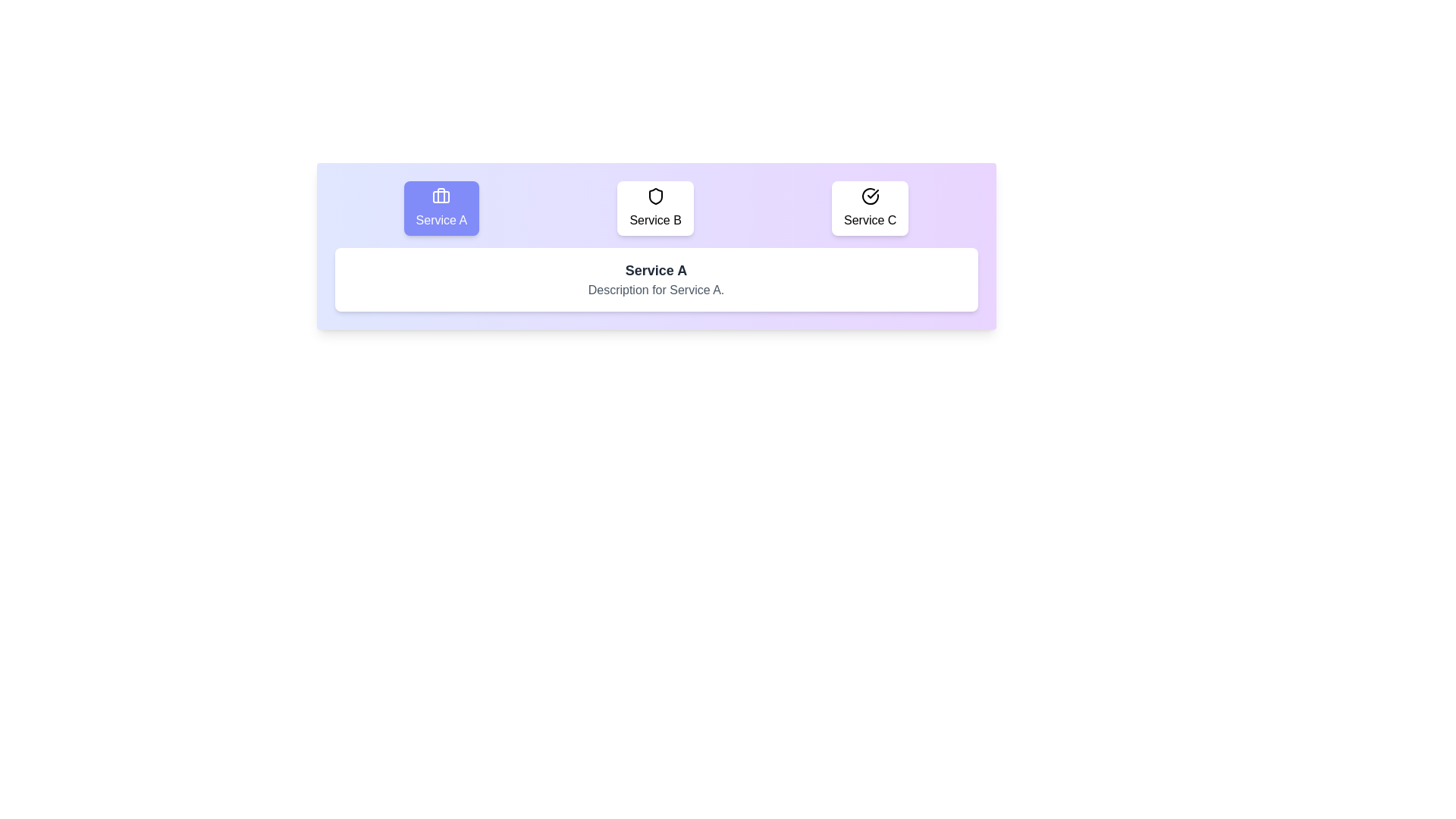 This screenshot has width=1456, height=819. Describe the element at coordinates (870, 195) in the screenshot. I see `the circular icon with a check mark at its center, positioned above the text 'Service C.'` at that location.